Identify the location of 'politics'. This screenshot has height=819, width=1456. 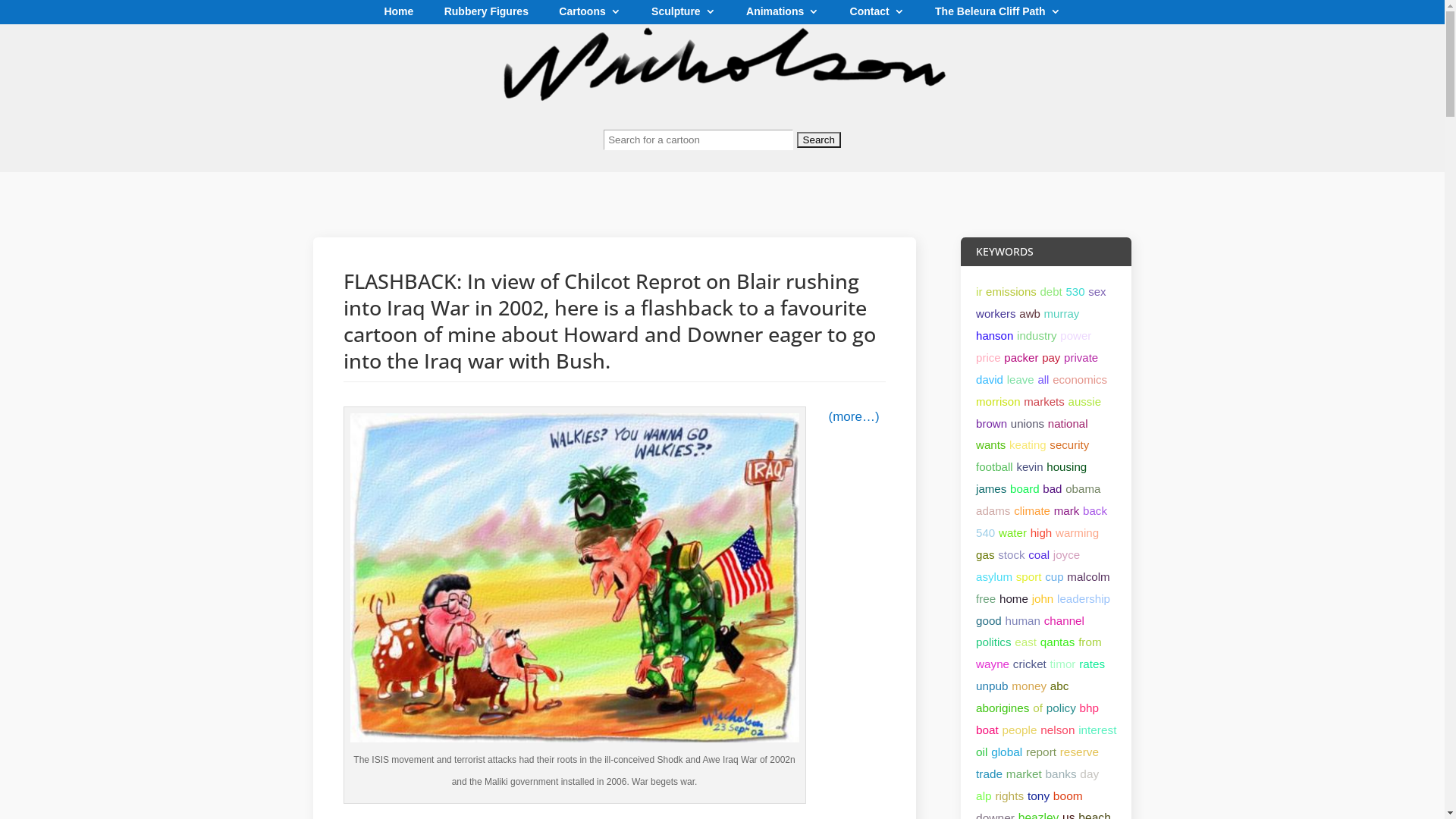
(993, 642).